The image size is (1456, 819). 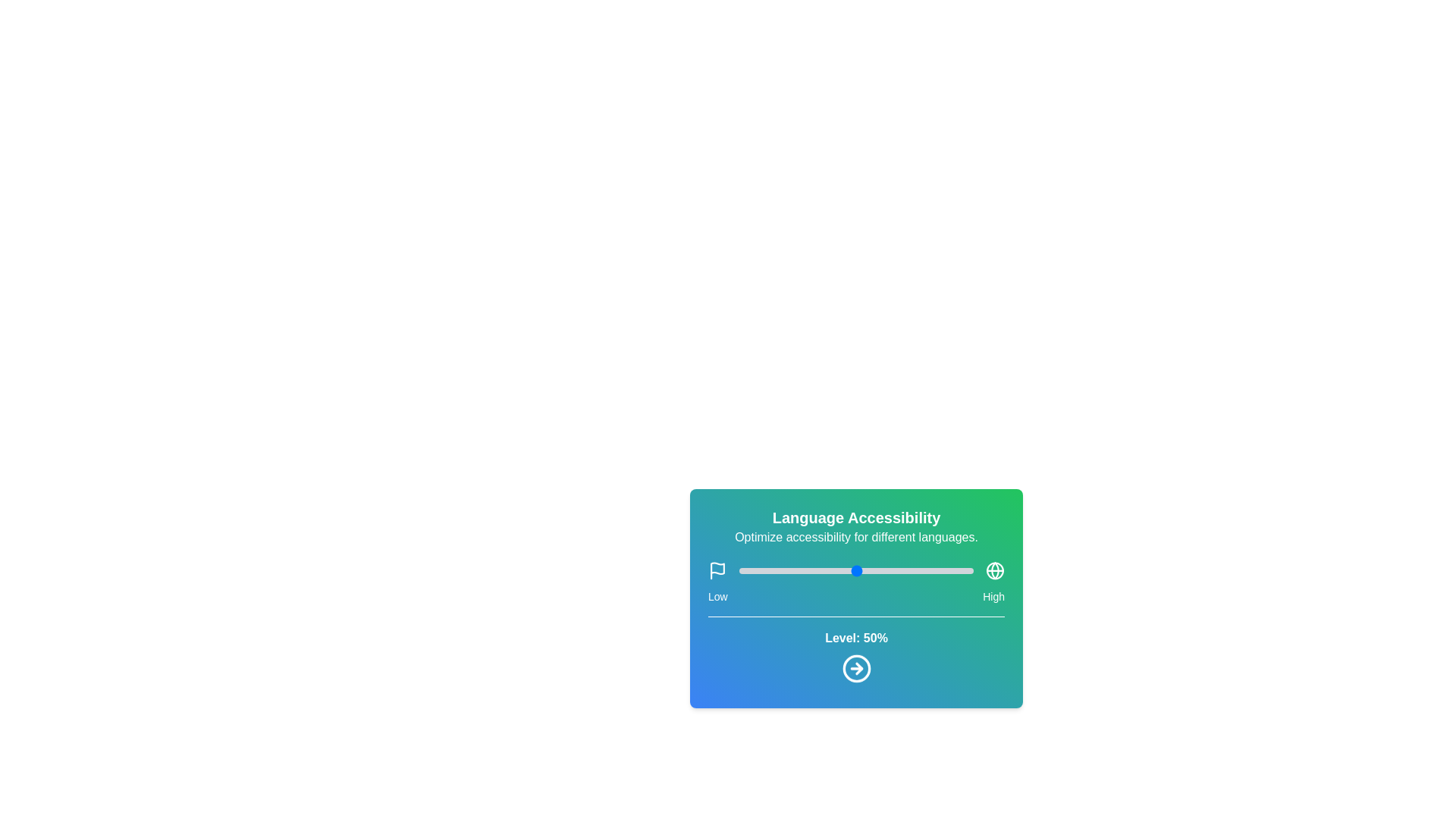 What do you see at coordinates (799, 570) in the screenshot?
I see `the slider to set the language accessibility level to 26%` at bounding box center [799, 570].